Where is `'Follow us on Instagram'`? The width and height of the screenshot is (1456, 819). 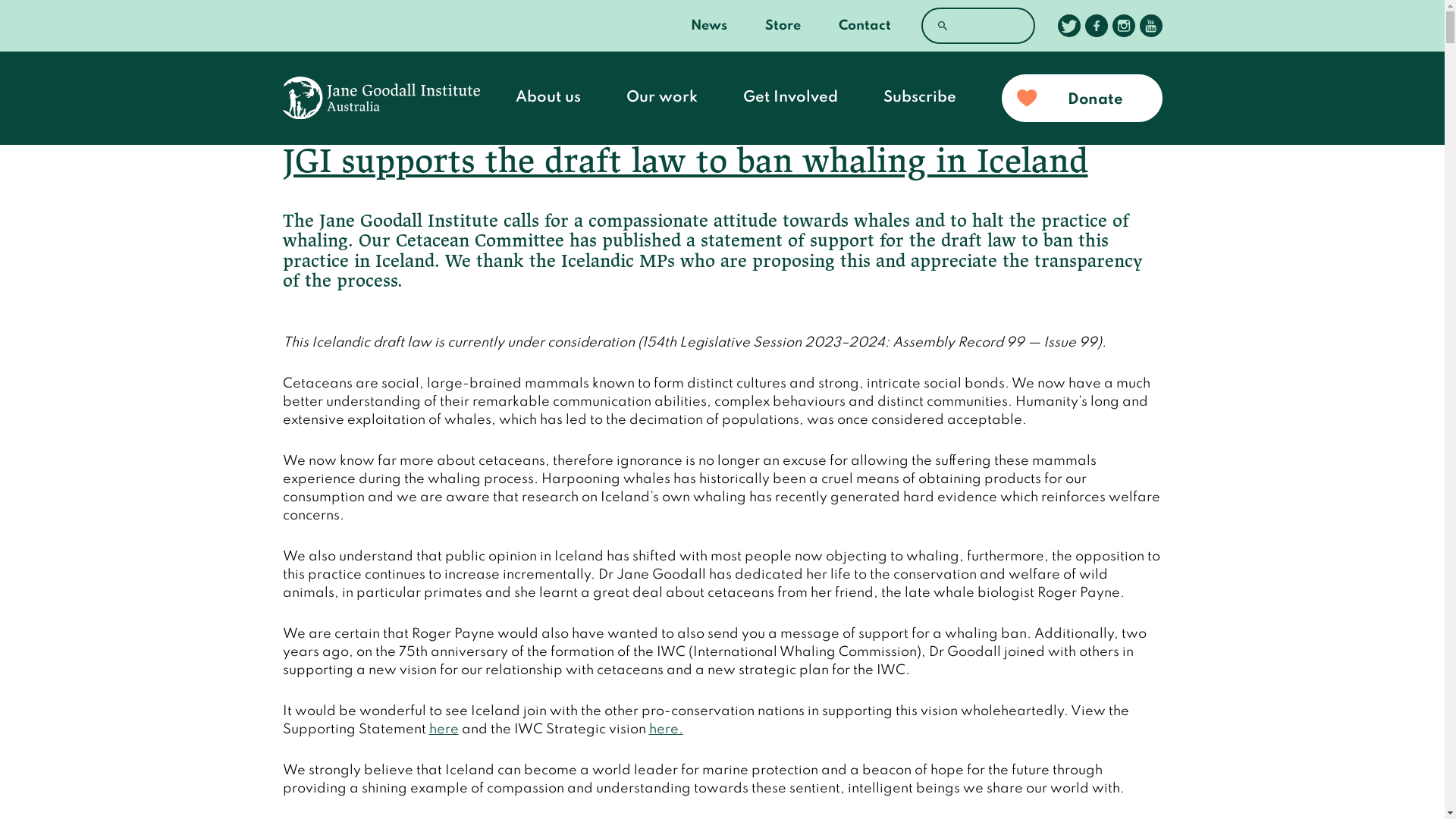
'Follow us on Instagram' is located at coordinates (1111, 26).